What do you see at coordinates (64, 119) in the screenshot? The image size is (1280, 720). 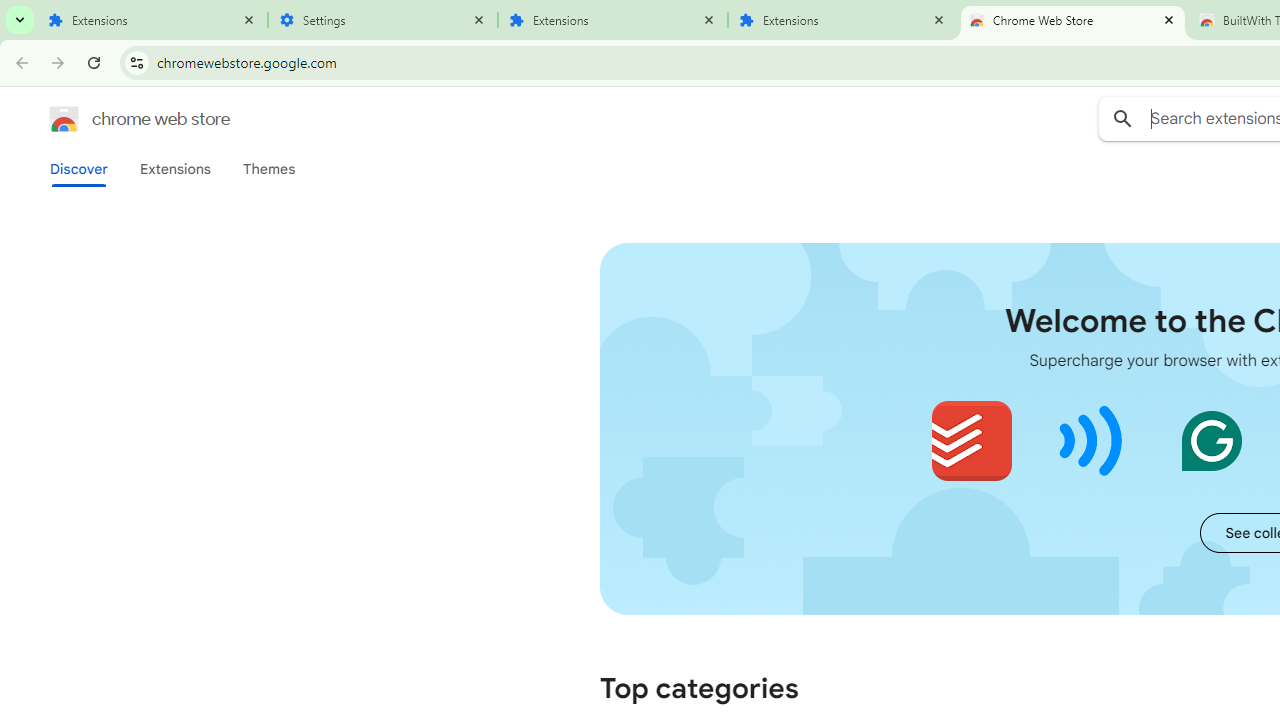 I see `'Chrome Web Store logo'` at bounding box center [64, 119].